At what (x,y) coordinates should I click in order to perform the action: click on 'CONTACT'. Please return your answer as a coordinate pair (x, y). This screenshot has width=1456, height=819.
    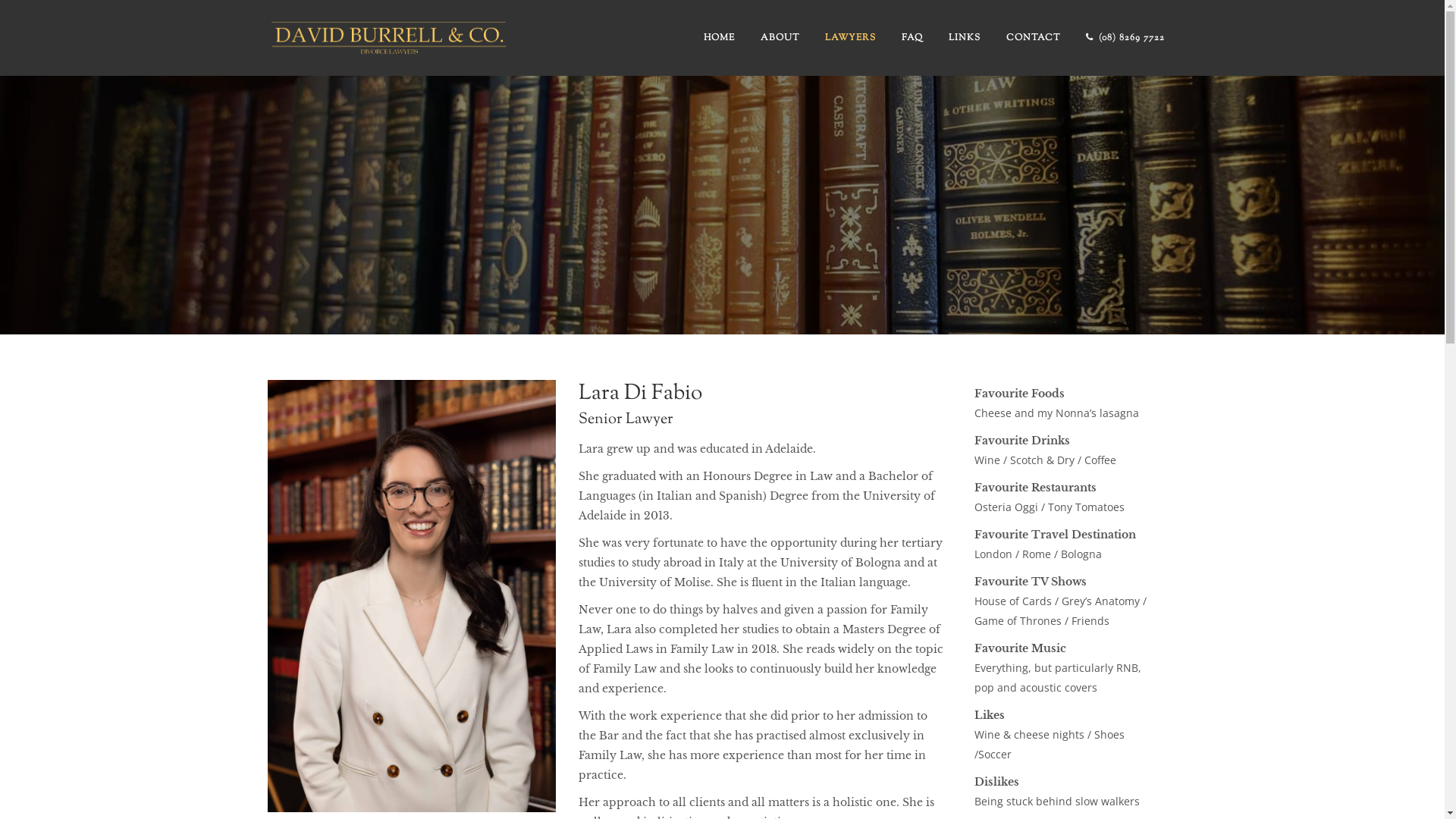
    Looking at the image, I should click on (1032, 37).